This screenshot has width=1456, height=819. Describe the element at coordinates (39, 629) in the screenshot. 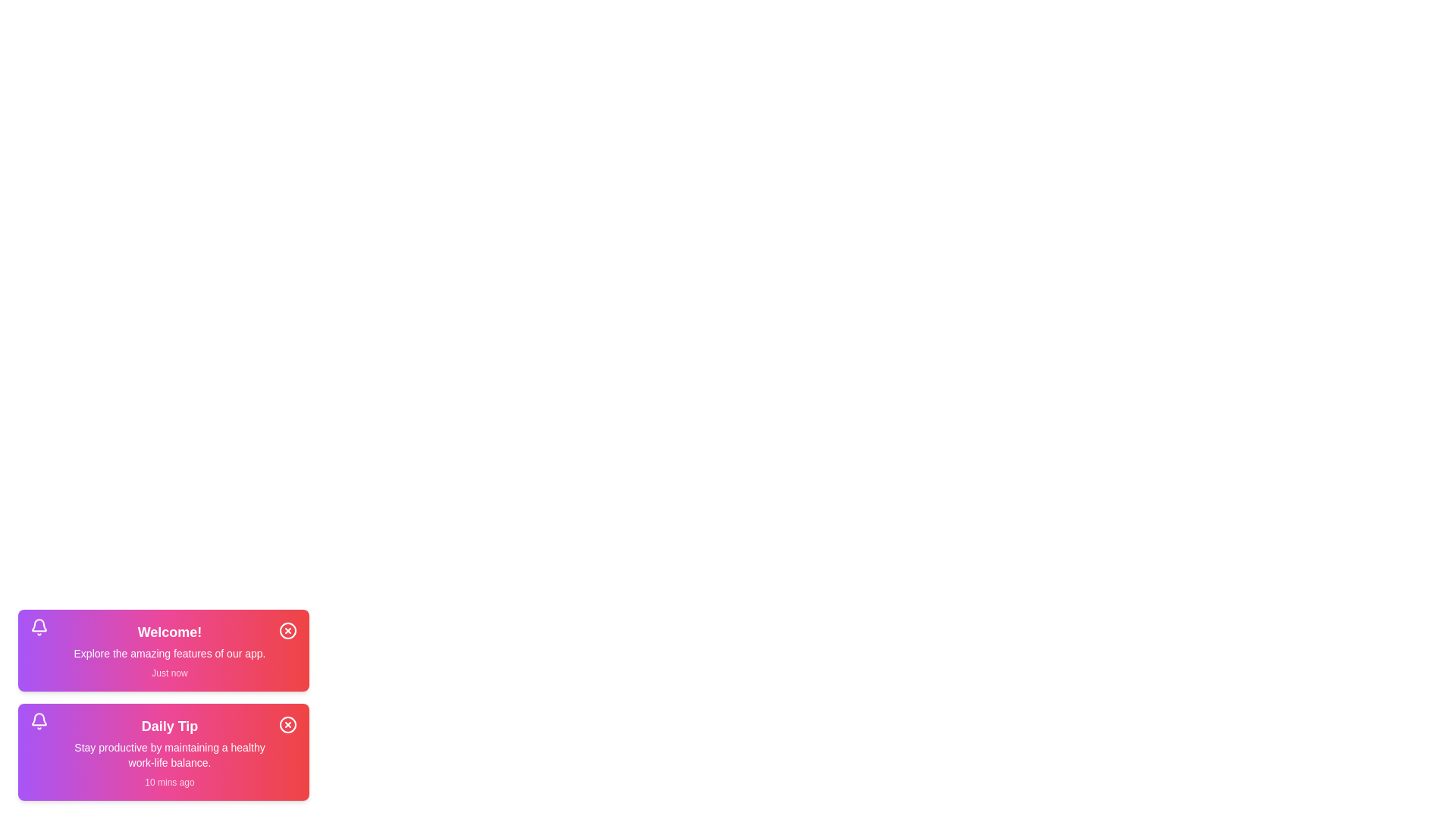

I see `the bell icon in the notification widget` at that location.